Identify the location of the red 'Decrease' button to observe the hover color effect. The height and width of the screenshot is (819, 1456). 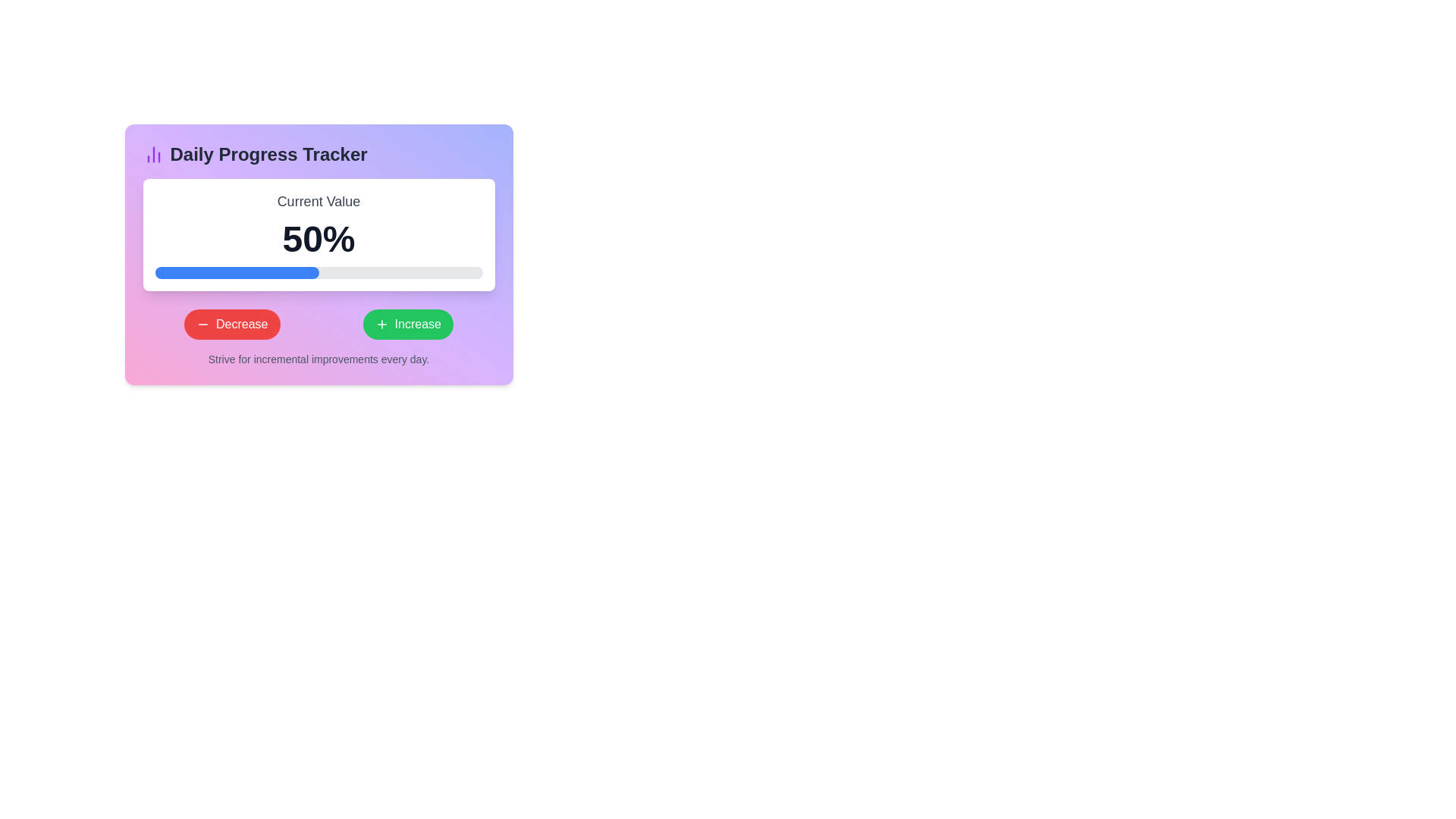
(231, 324).